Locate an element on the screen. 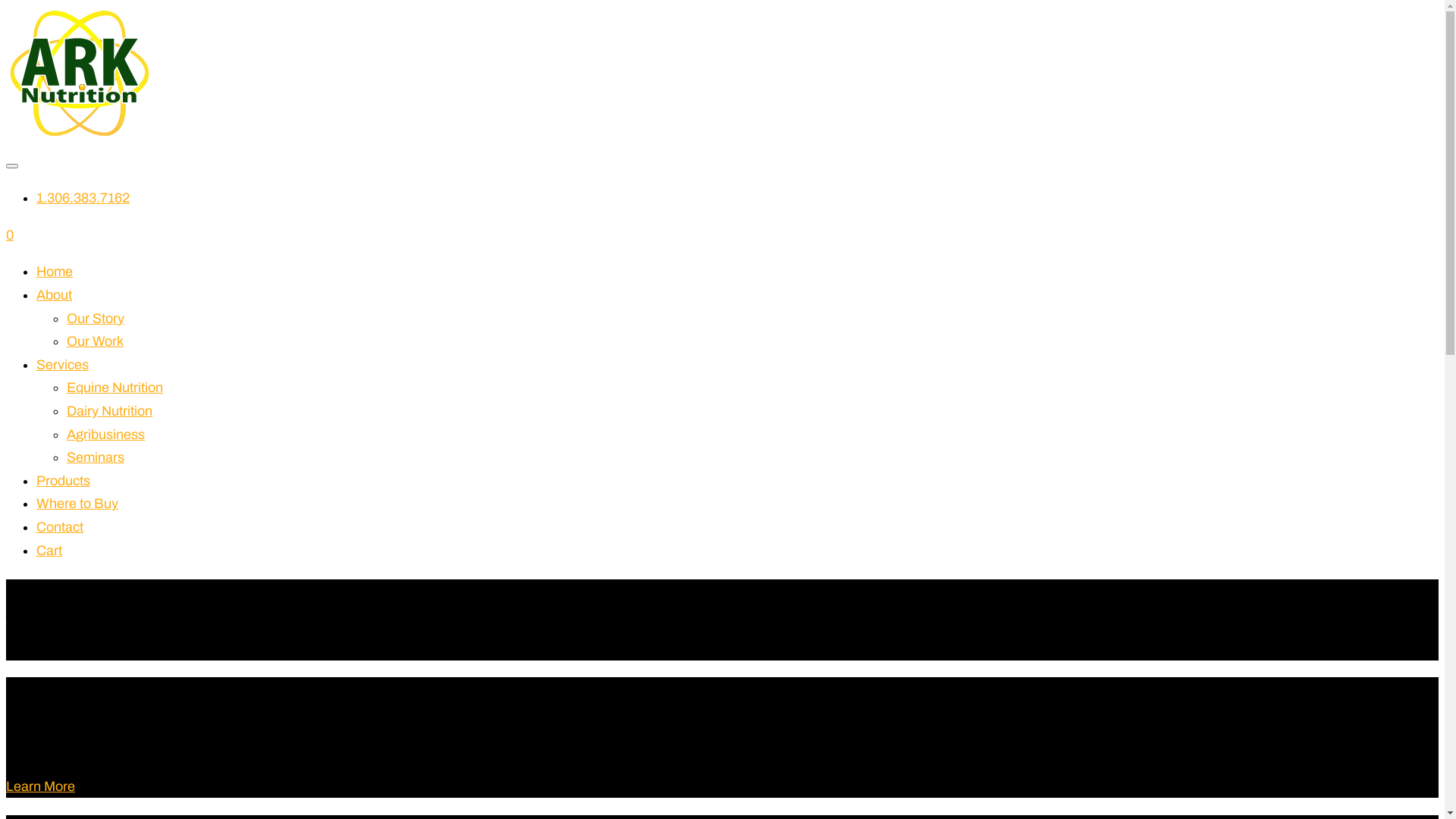 The width and height of the screenshot is (1456, 819). 'Where to Buy' is located at coordinates (76, 503).